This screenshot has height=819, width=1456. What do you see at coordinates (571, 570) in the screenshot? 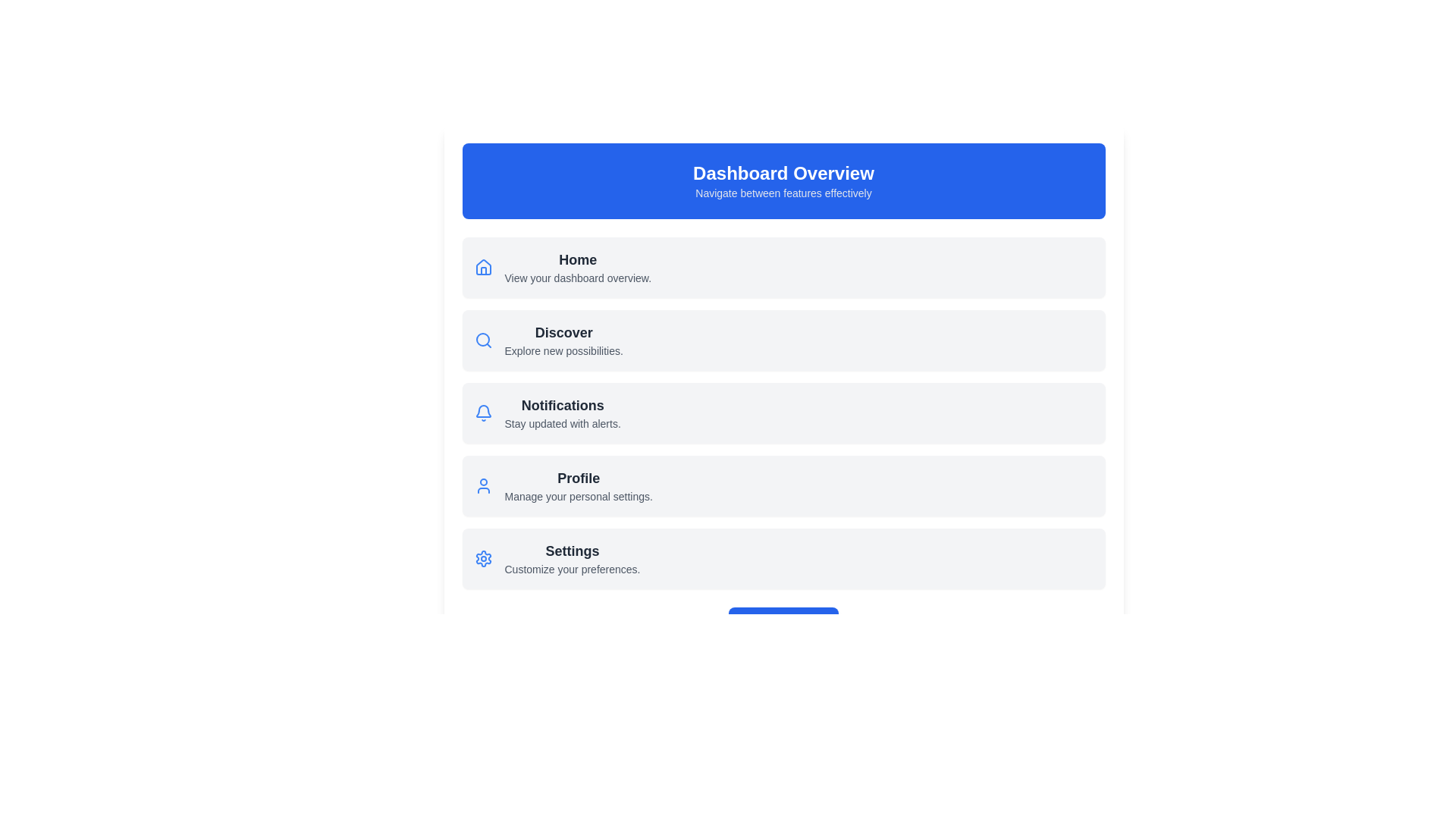
I see `the text label displaying 'Customize your preferences.' which is located below the 'Settings' title in the right section of the interface` at bounding box center [571, 570].